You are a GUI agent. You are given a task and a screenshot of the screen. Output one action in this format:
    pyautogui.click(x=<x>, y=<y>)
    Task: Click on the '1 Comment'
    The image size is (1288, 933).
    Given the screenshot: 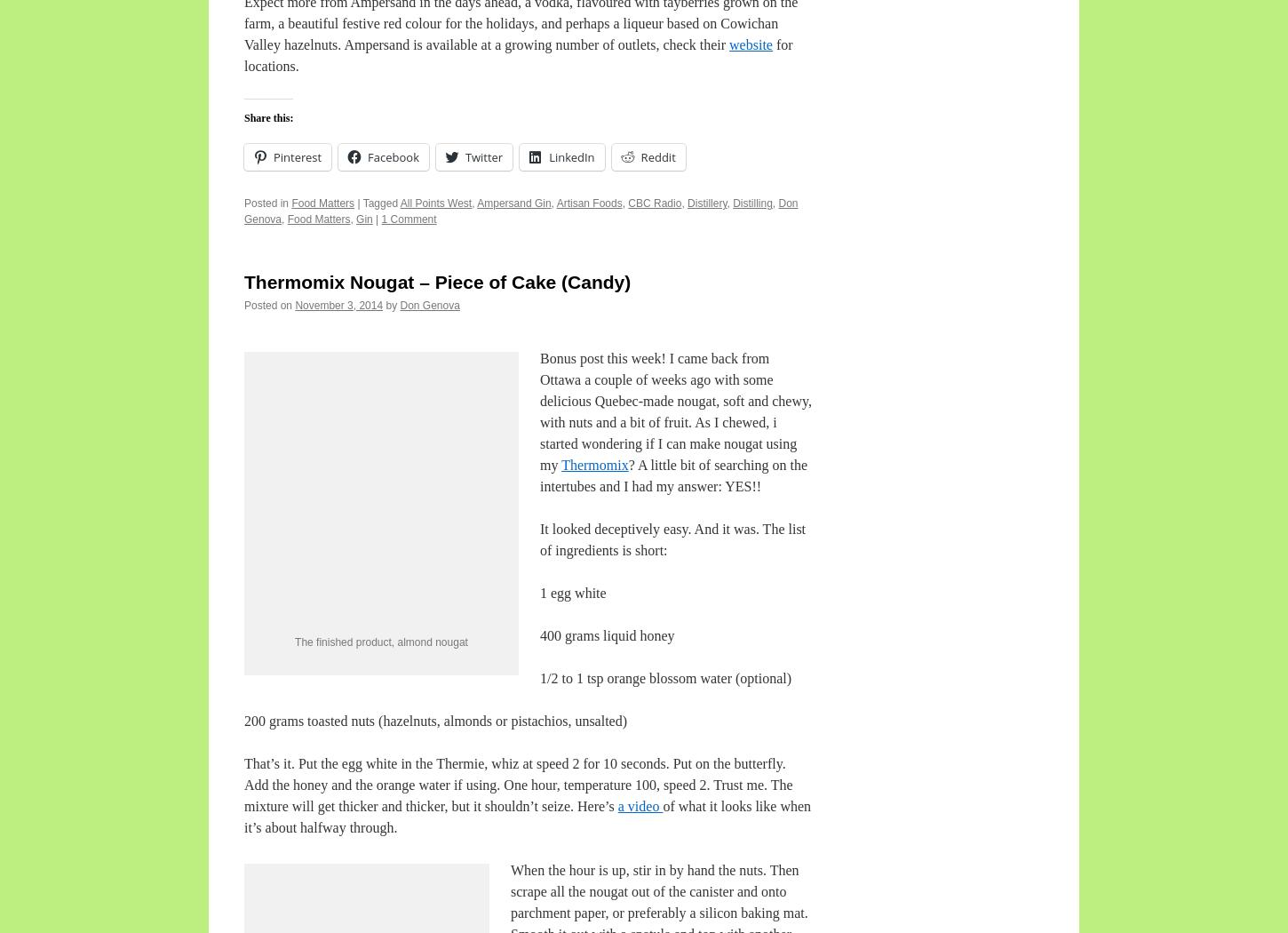 What is the action you would take?
    pyautogui.click(x=407, y=219)
    